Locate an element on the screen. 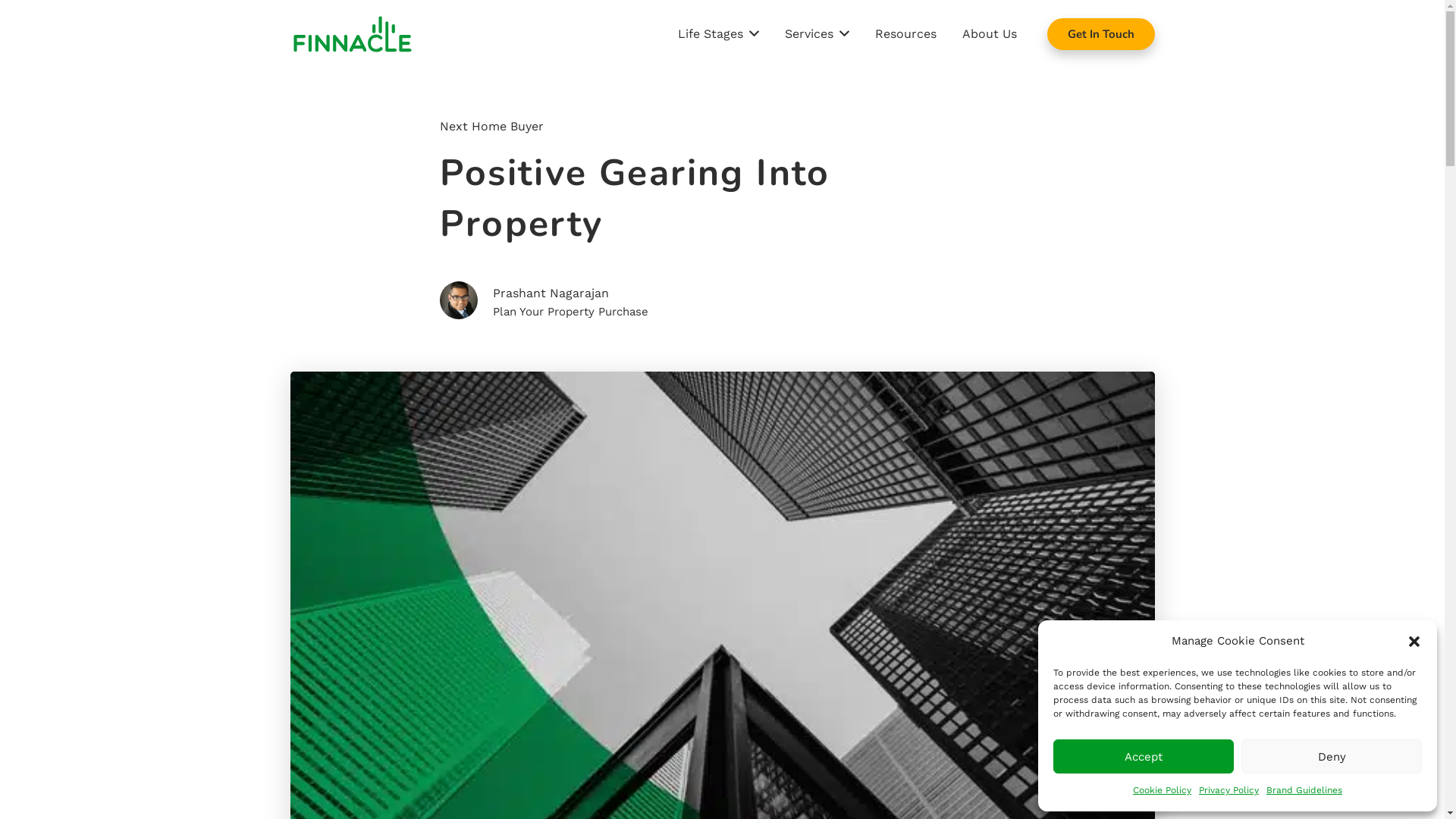 This screenshot has width=1456, height=819. 'Brand Guidelines' is located at coordinates (1303, 789).